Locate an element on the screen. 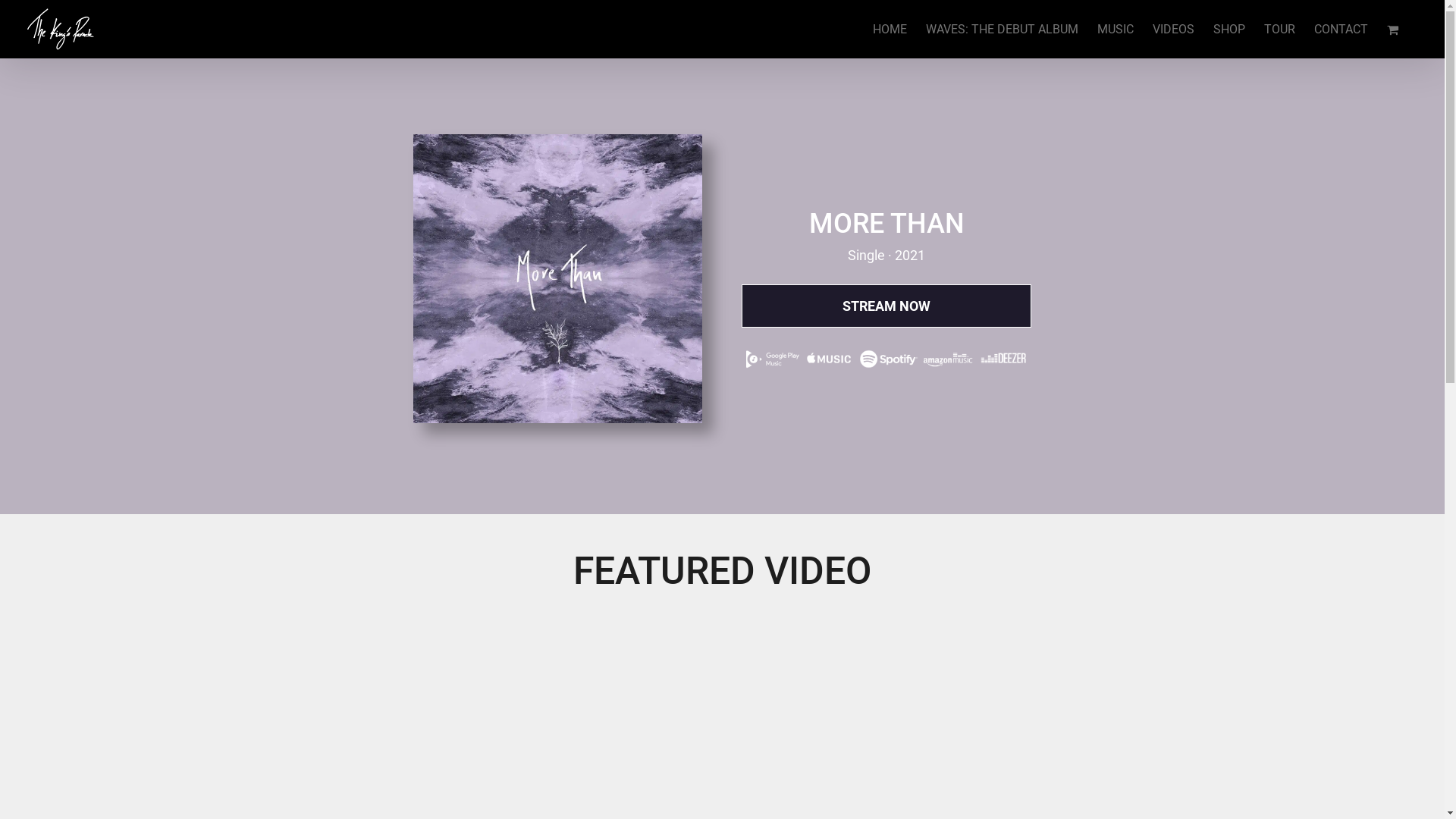  'CONTACT' is located at coordinates (1341, 29).